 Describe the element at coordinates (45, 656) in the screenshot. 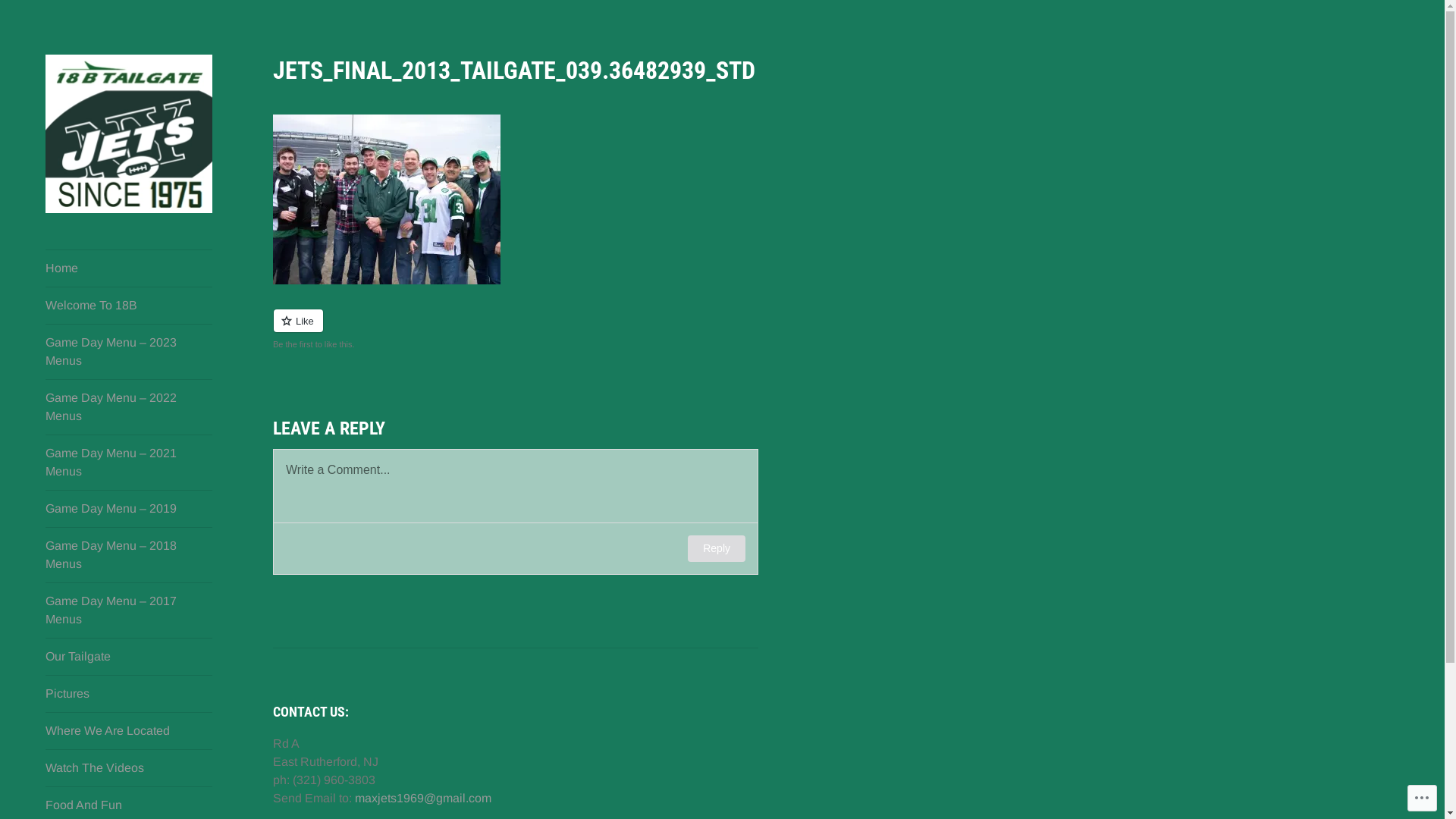

I see `'Our Tailgate'` at that location.